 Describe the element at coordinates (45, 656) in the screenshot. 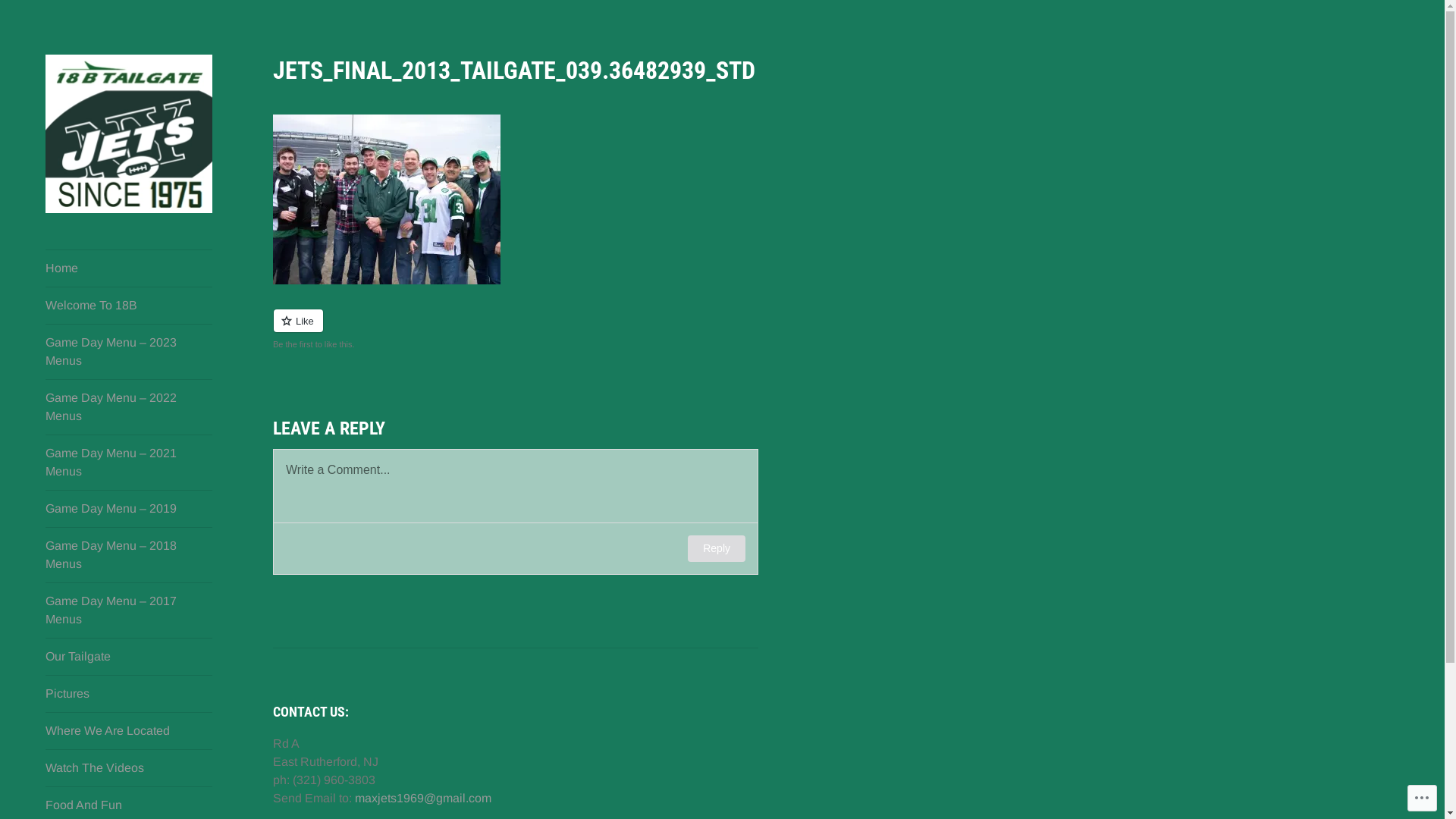

I see `'Our Tailgate'` at that location.